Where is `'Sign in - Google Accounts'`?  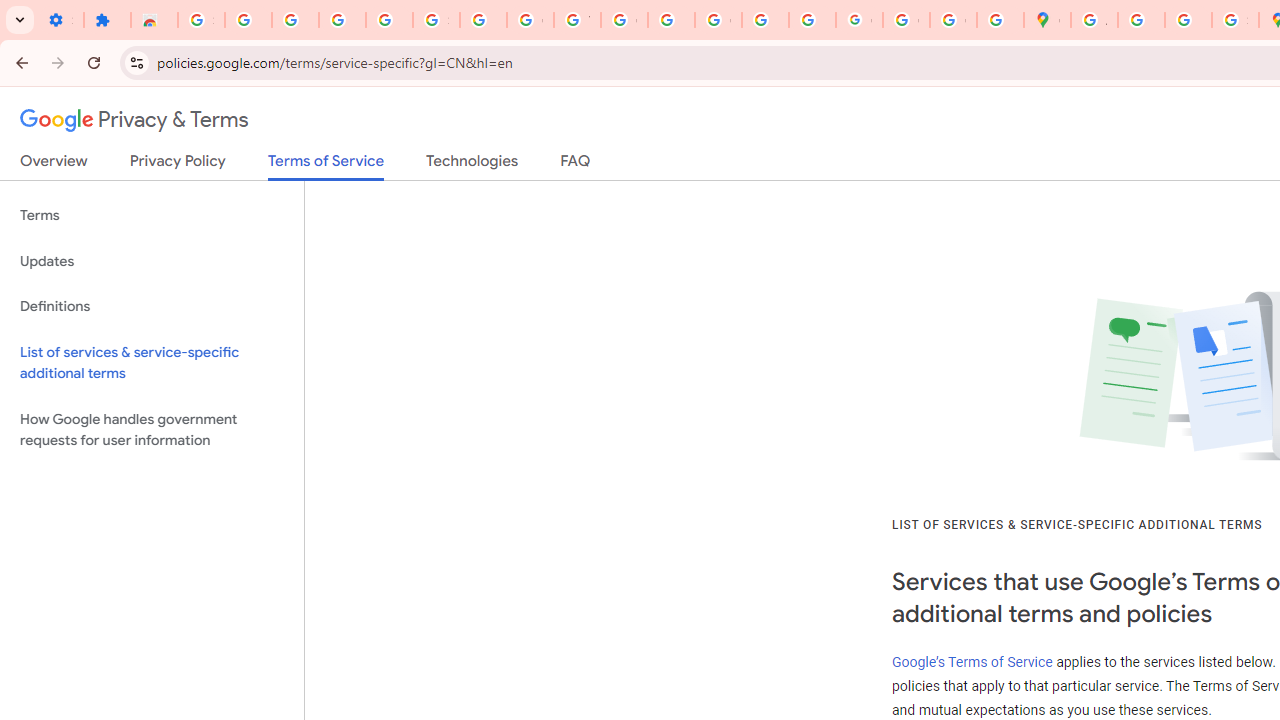
'Sign in - Google Accounts' is located at coordinates (201, 20).